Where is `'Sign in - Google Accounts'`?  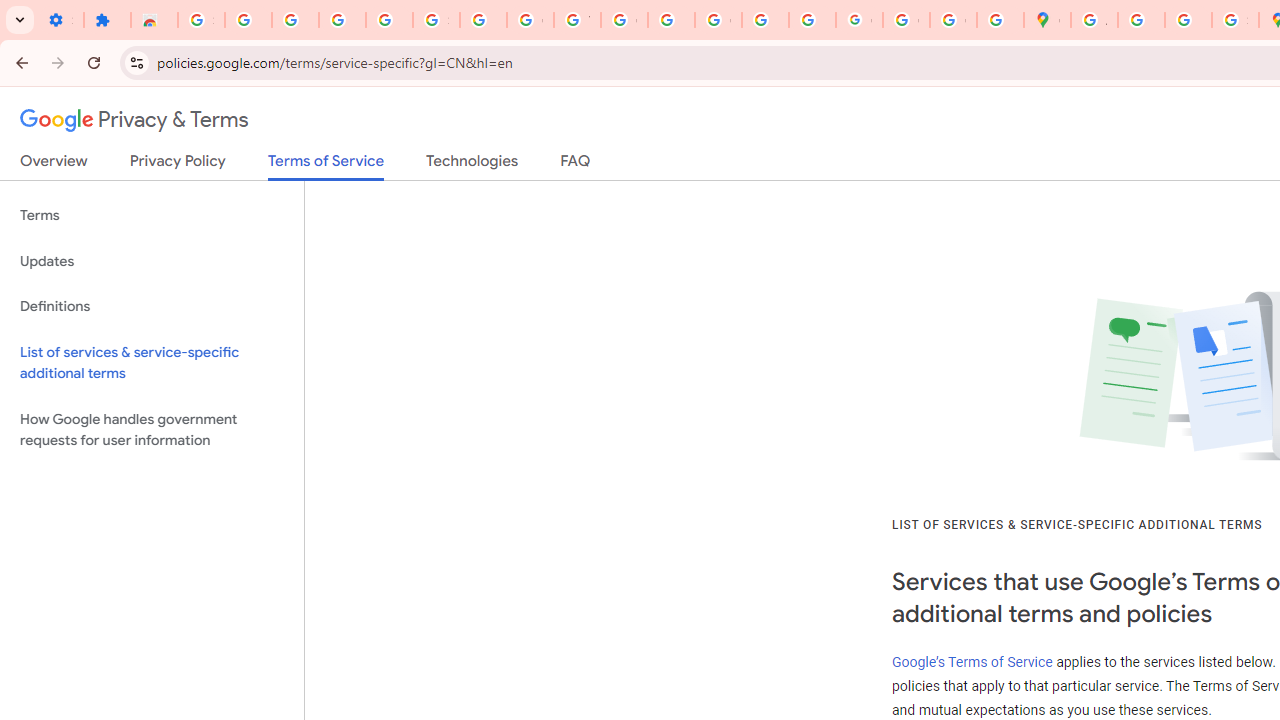
'Sign in - Google Accounts' is located at coordinates (201, 20).